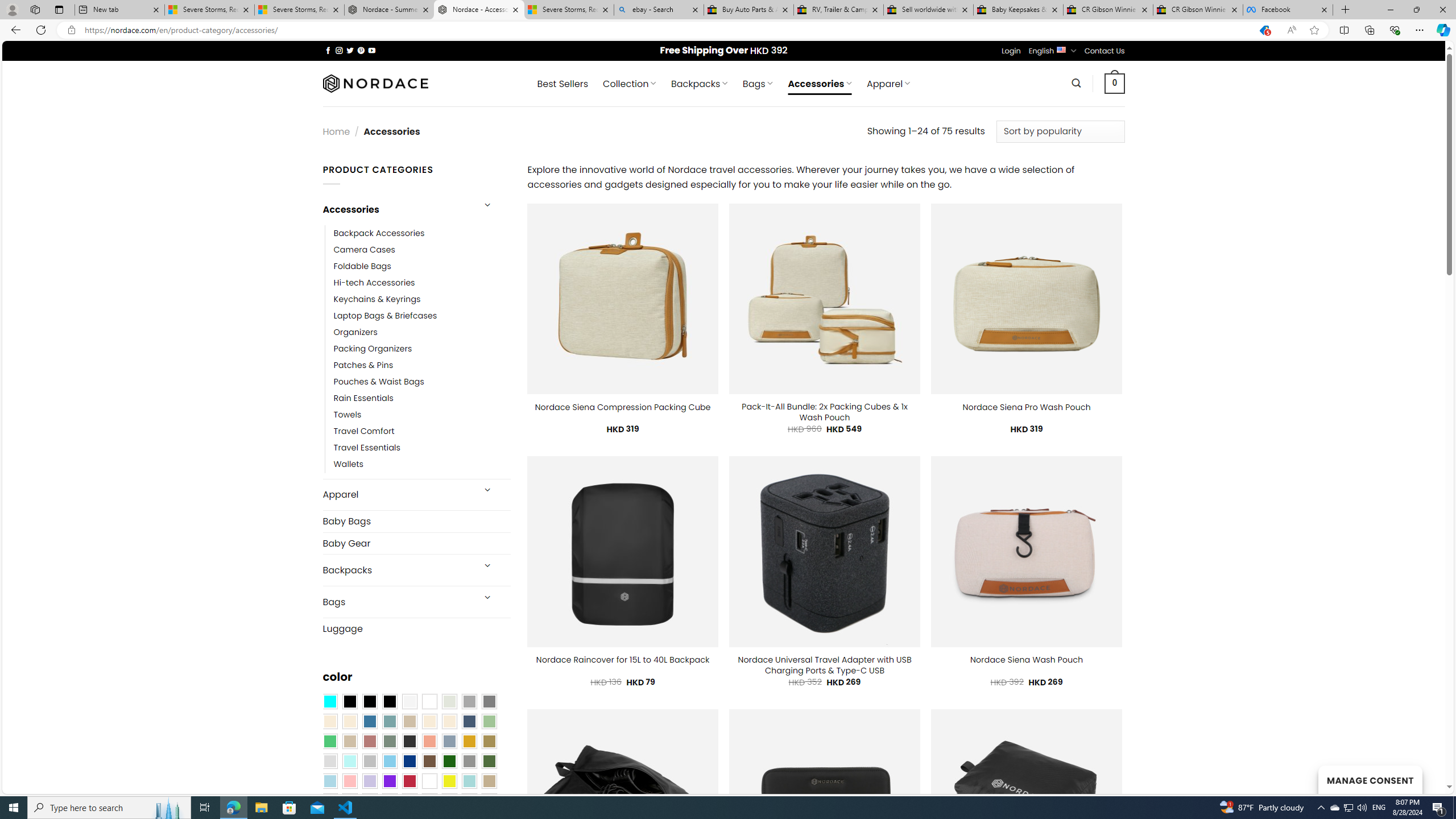  Describe the element at coordinates (562, 83) in the screenshot. I see `'  Best Sellers'` at that location.